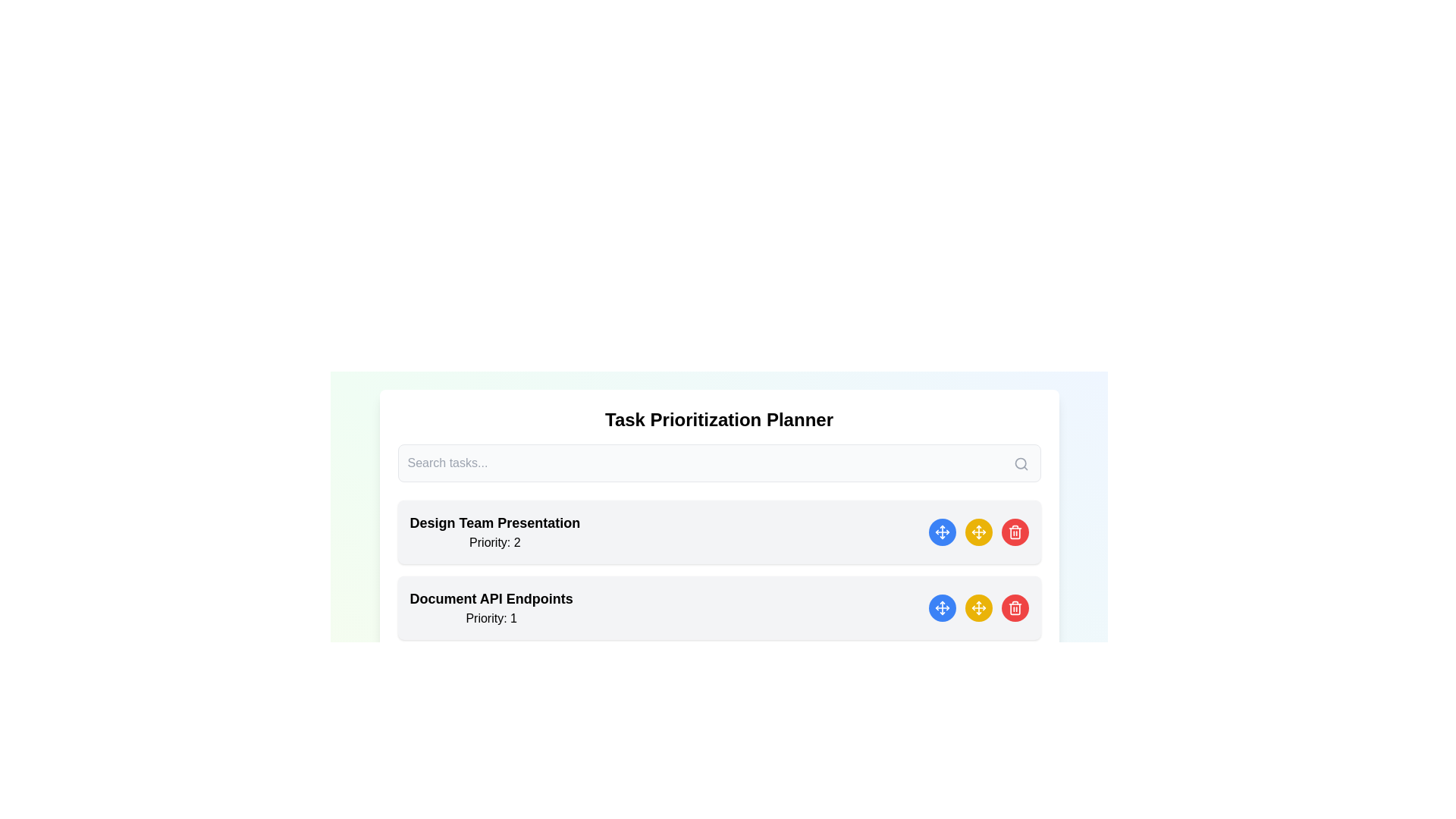 This screenshot has width=1456, height=819. Describe the element at coordinates (941, 532) in the screenshot. I see `the directional cross icon button against a blue circular background located in the action buttons area to the far right of the task titled 'Design Team Presentation' in the task list` at that location.